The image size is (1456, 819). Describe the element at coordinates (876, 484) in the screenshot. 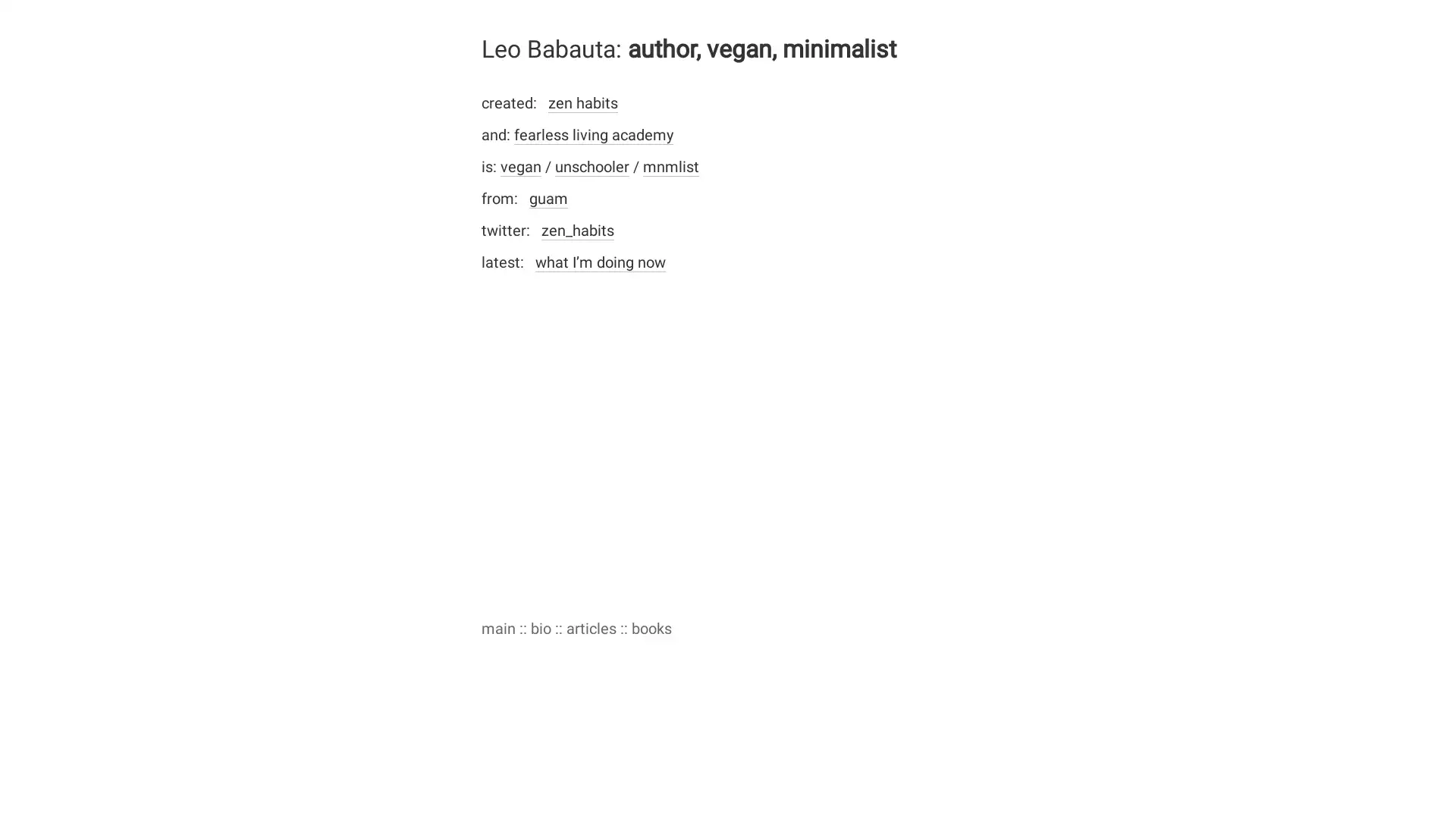

I see `Get Updates` at that location.